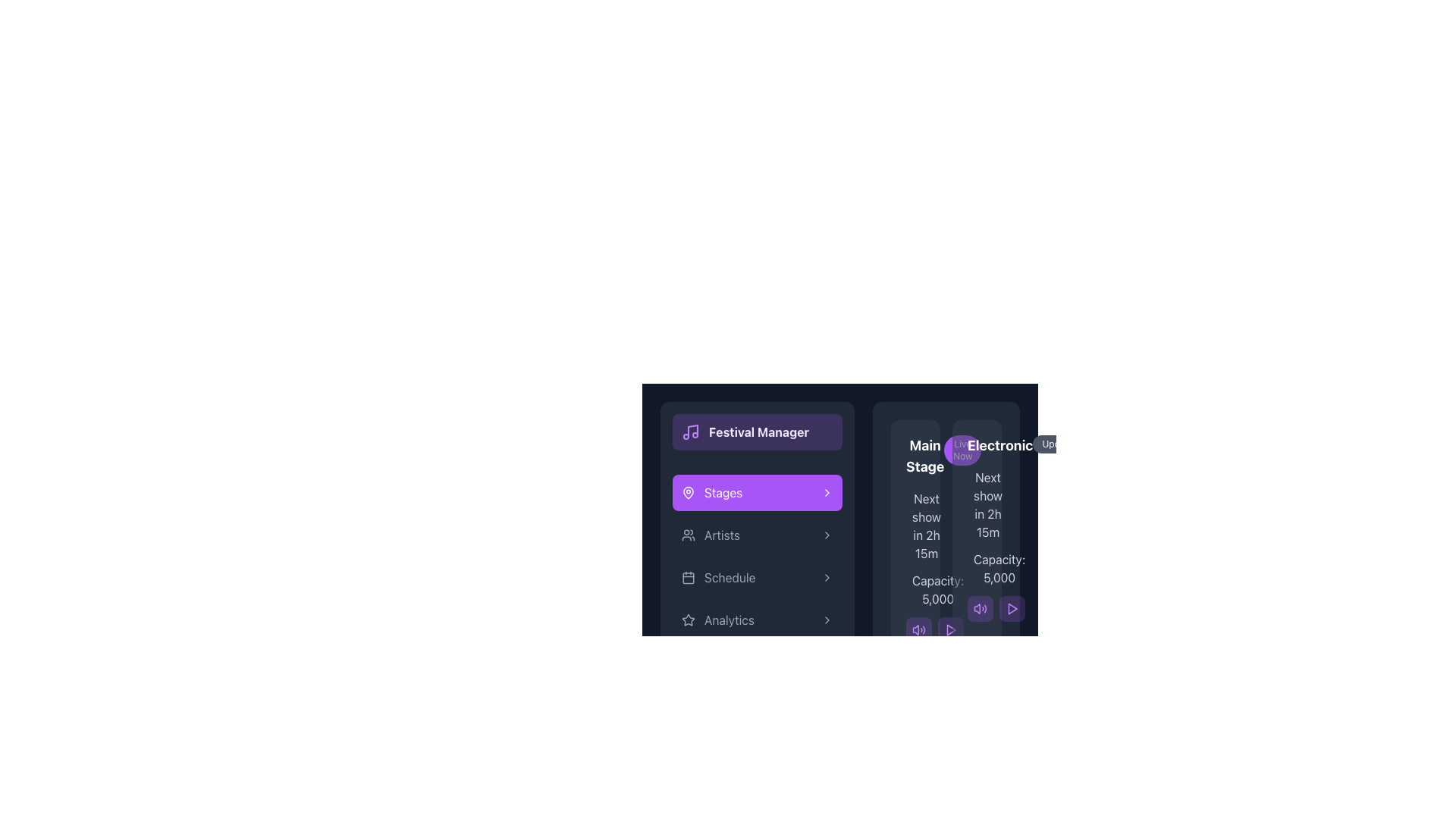  Describe the element at coordinates (924, 455) in the screenshot. I see `the 'Main Stage' text label to focus on the stage details` at that location.